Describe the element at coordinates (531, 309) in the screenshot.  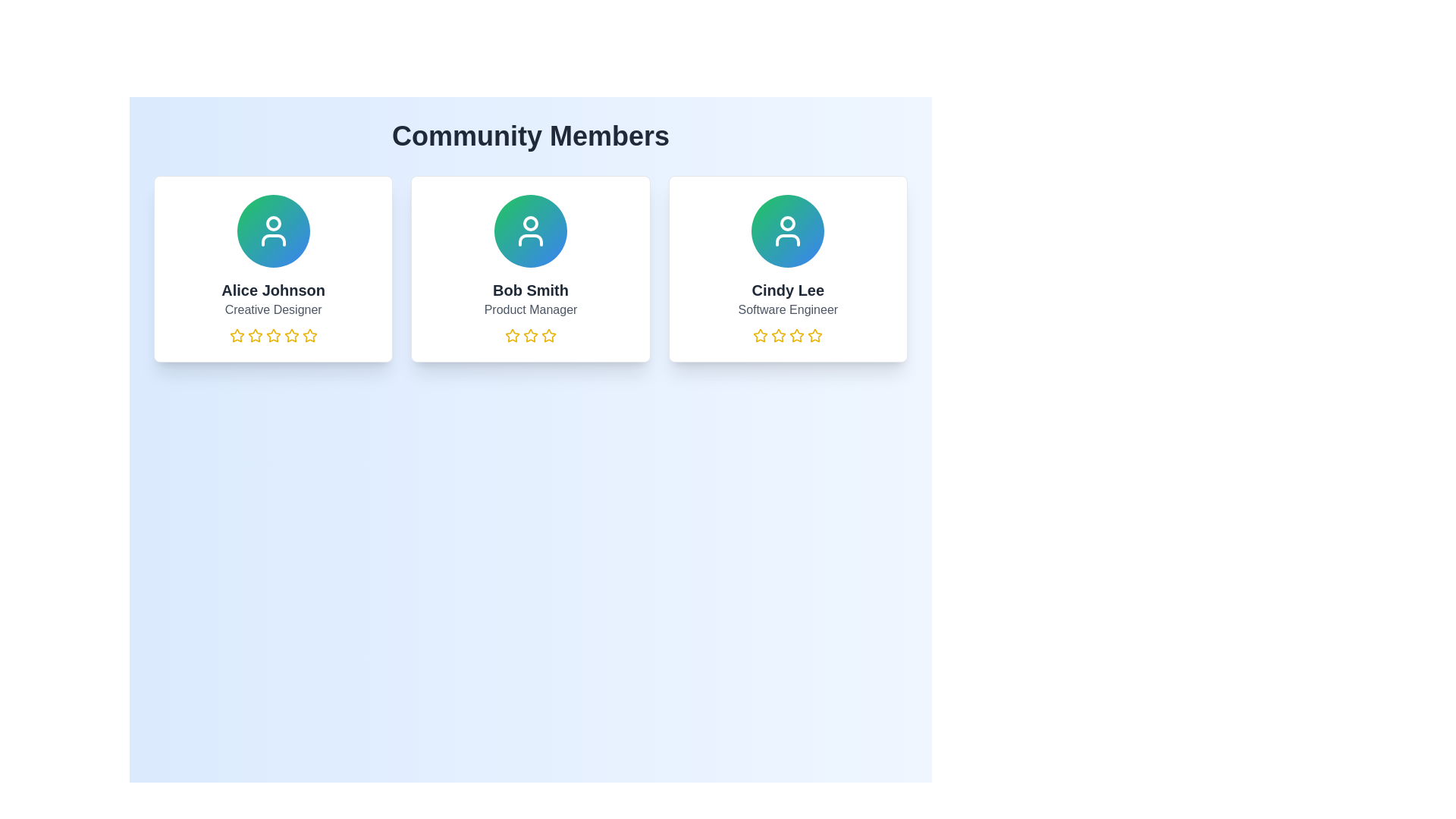
I see `the 'Product Manager' text label, which is styled in gray and positioned directly below 'Bob Smith' within the profile card in the 'Community Members' section` at that location.